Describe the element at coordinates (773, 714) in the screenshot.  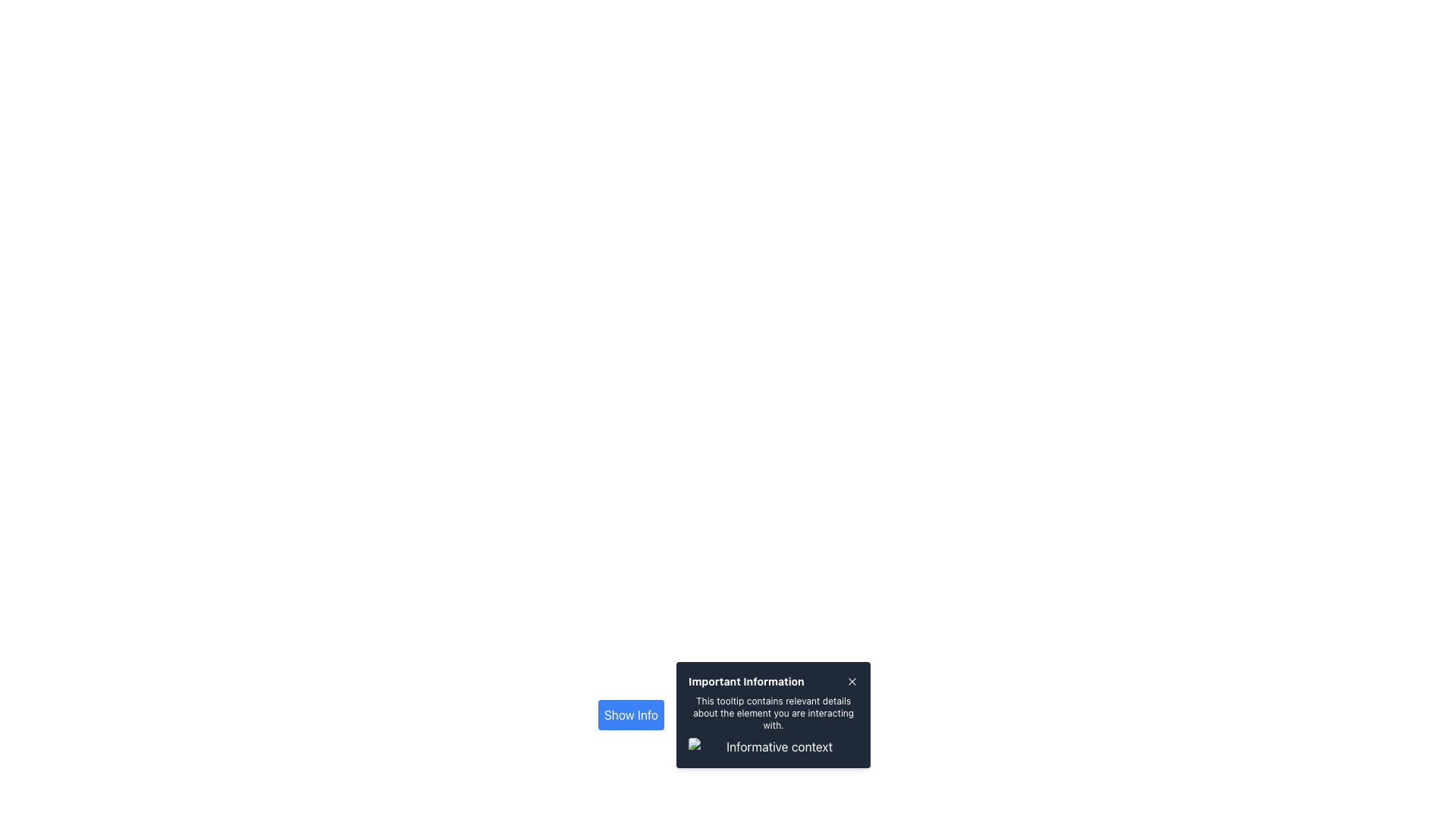
I see `the tooltip styled as a dark gray rectangular box with white text labeled 'Important Information'` at that location.